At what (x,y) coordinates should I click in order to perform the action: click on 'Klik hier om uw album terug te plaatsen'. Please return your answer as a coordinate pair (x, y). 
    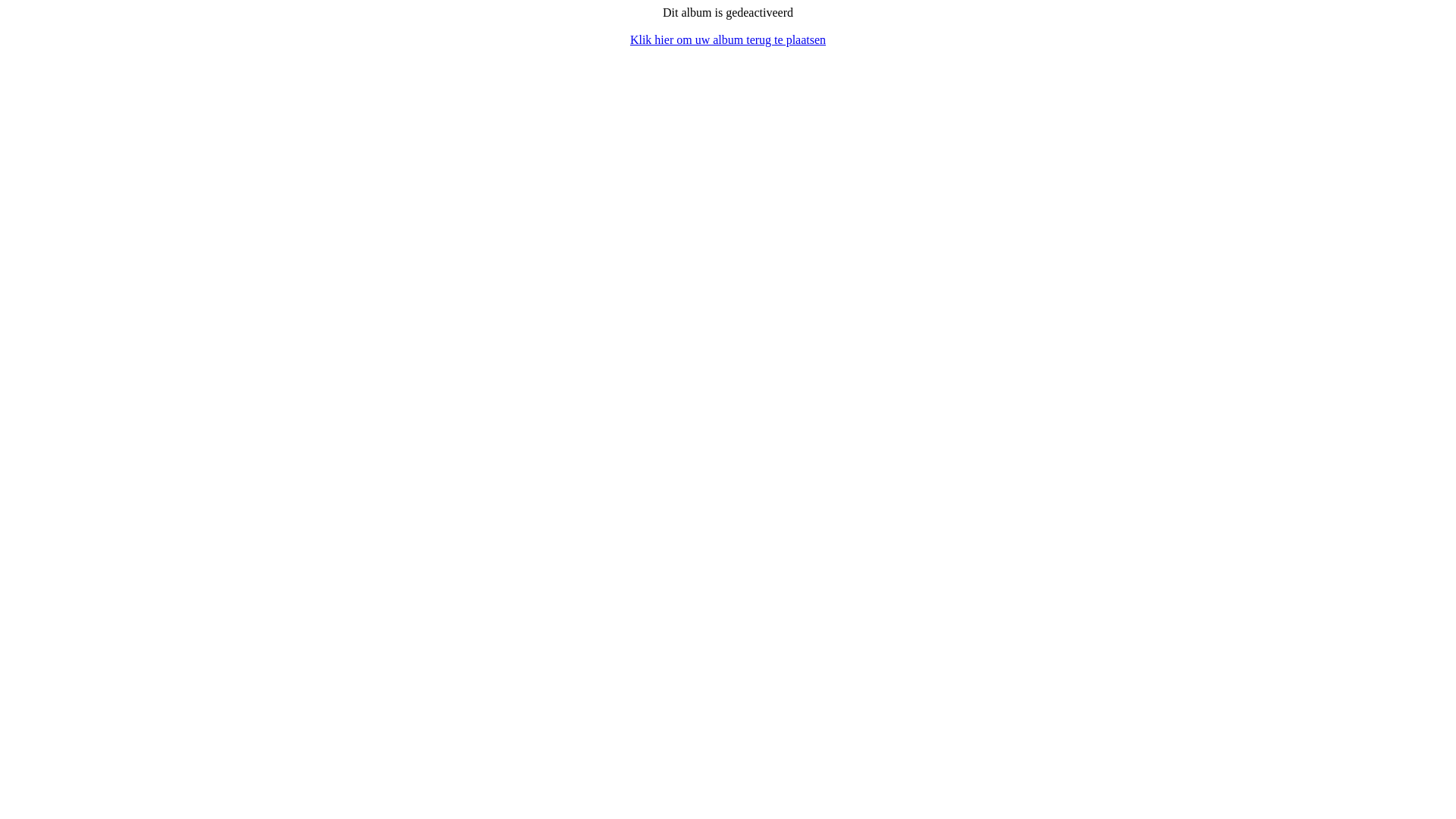
    Looking at the image, I should click on (728, 39).